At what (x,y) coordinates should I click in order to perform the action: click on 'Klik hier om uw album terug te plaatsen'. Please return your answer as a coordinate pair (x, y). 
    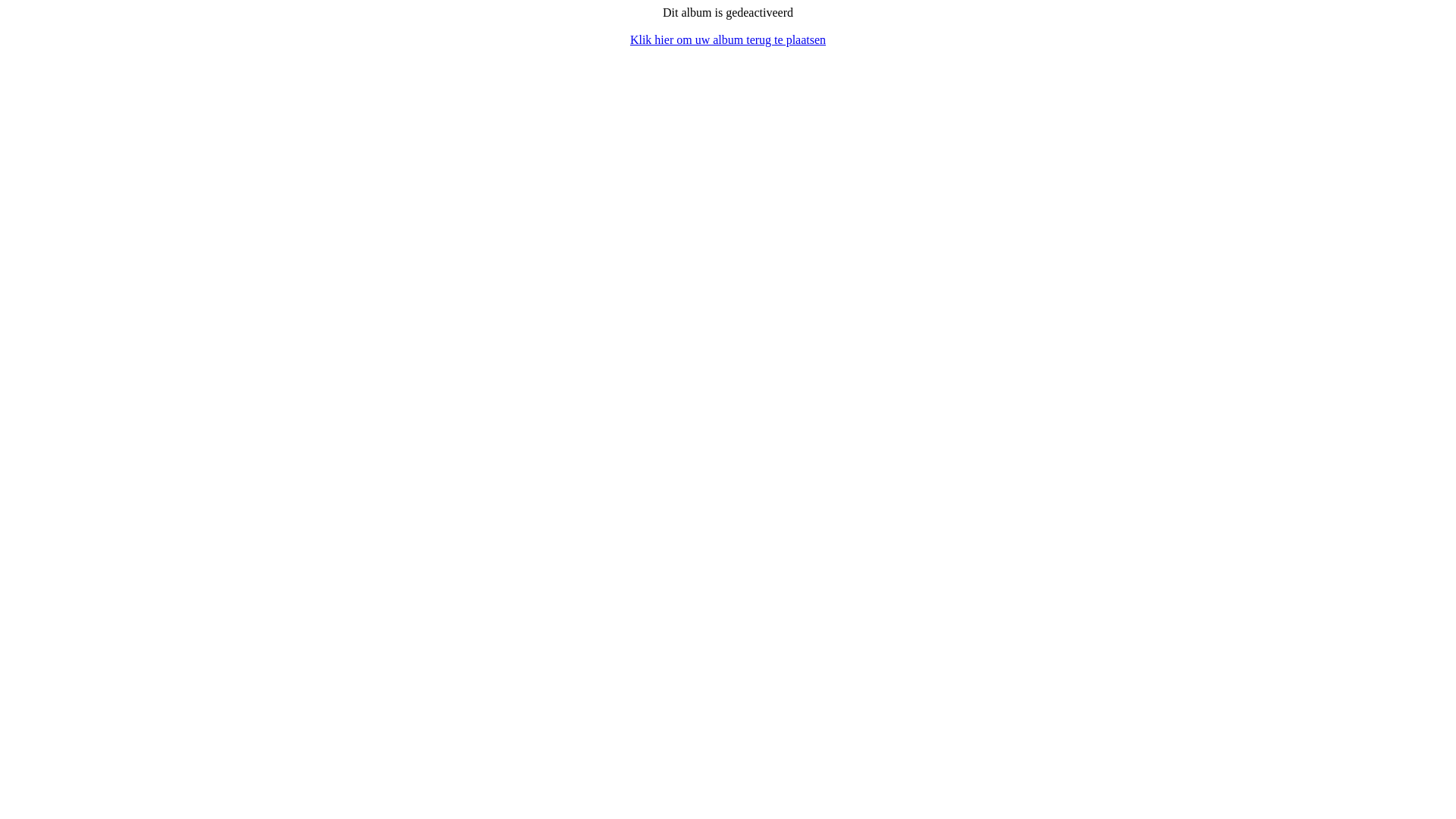
    Looking at the image, I should click on (728, 39).